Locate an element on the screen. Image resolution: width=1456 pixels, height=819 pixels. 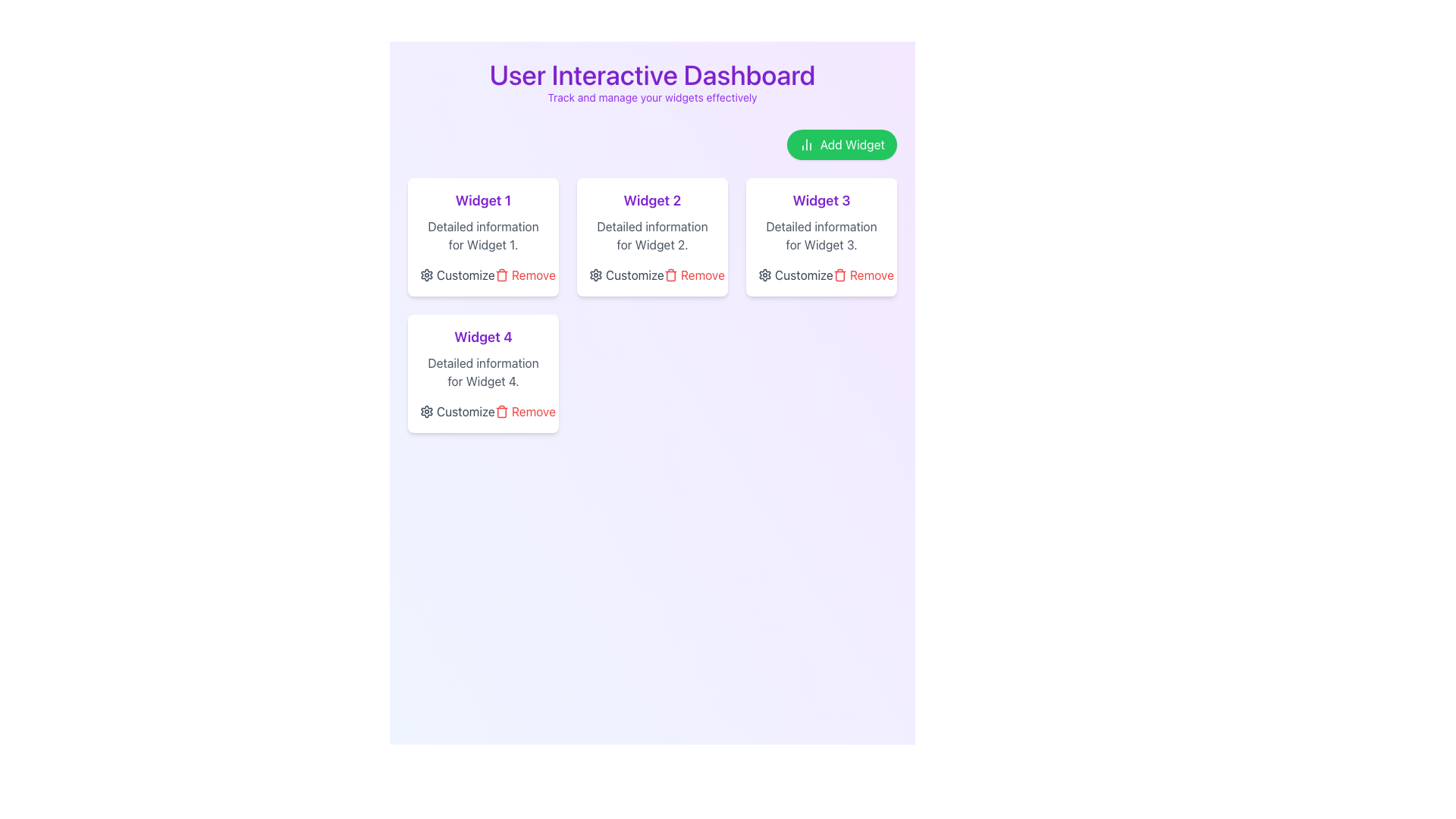
the 'Remove' button, styled in red and associated with deletion actions, located in the top row, middle column of the grid layout is located at coordinates (693, 275).